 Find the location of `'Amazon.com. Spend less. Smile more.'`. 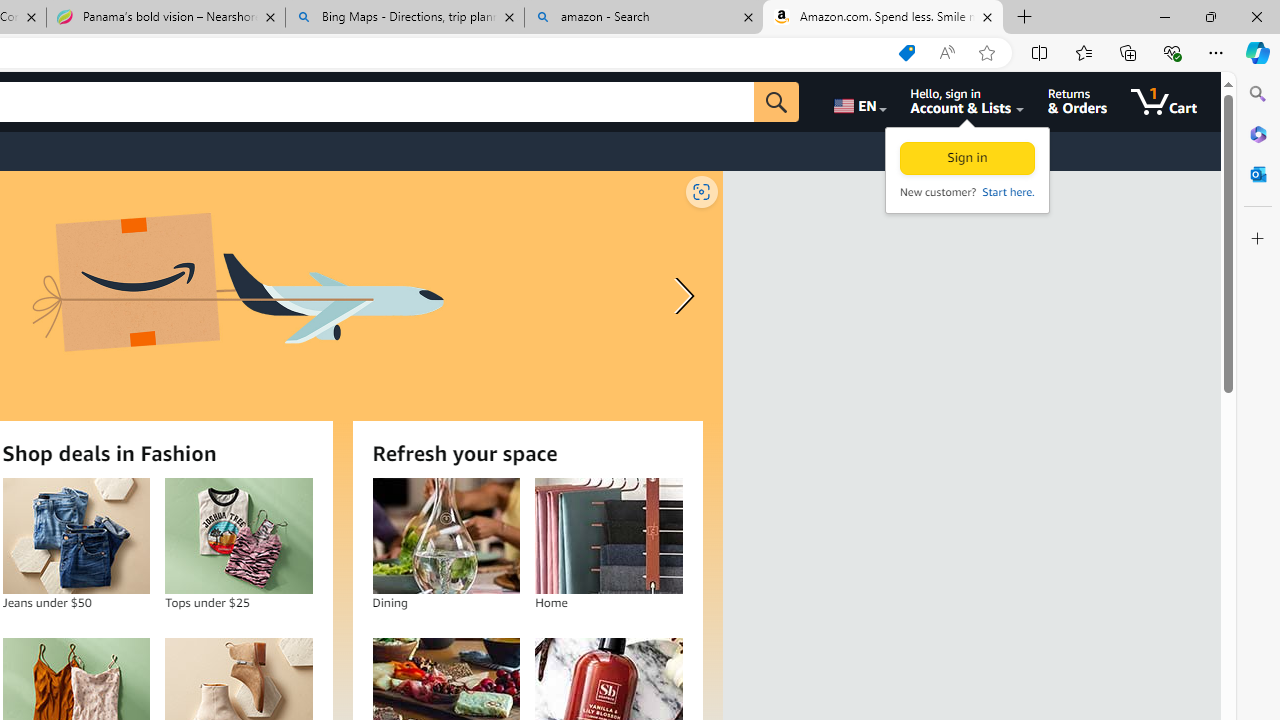

'Amazon.com. Spend less. Smile more.' is located at coordinates (882, 17).